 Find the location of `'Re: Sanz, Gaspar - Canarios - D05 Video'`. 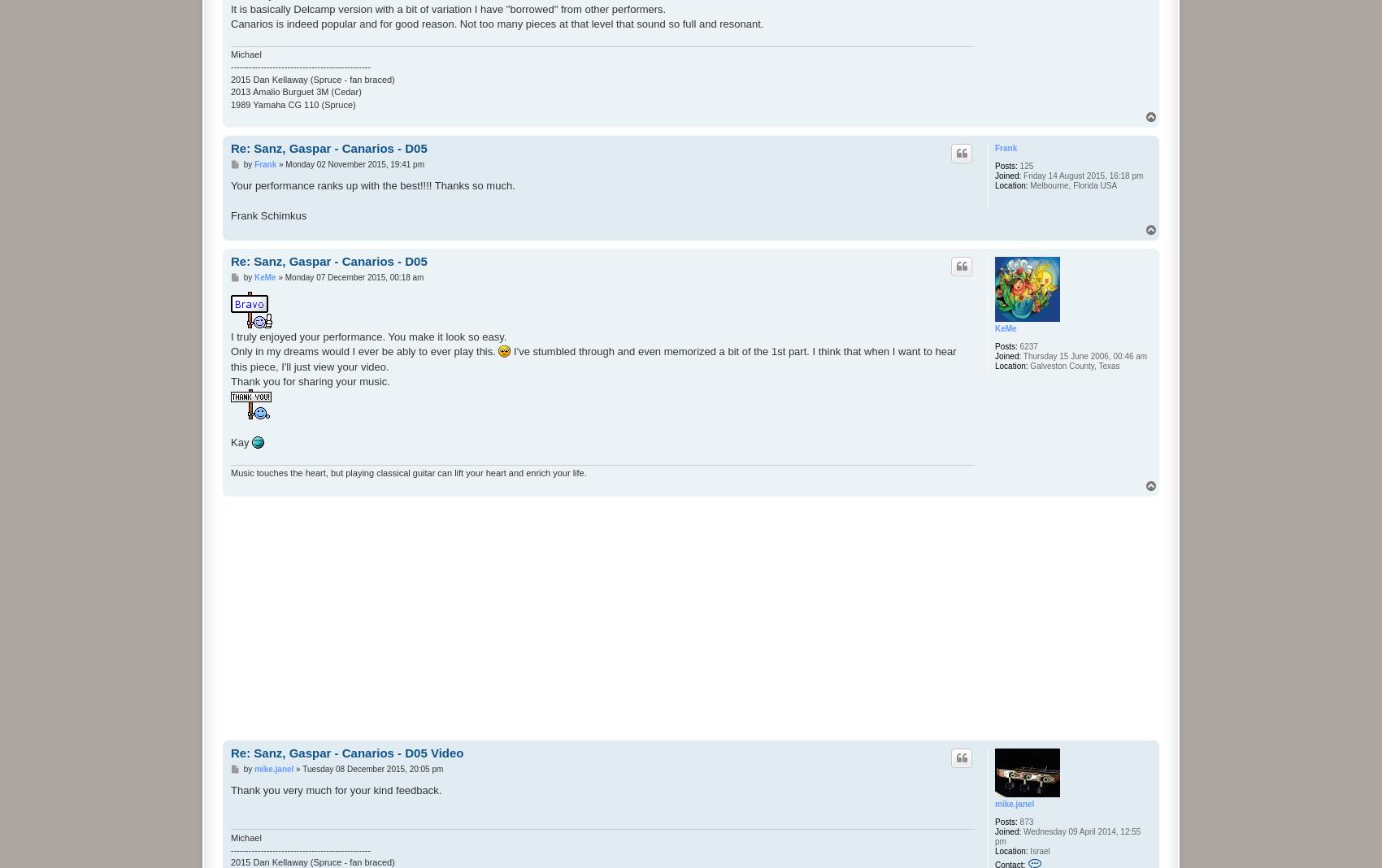

'Re: Sanz, Gaspar - Canarios - D05 Video' is located at coordinates (347, 751).